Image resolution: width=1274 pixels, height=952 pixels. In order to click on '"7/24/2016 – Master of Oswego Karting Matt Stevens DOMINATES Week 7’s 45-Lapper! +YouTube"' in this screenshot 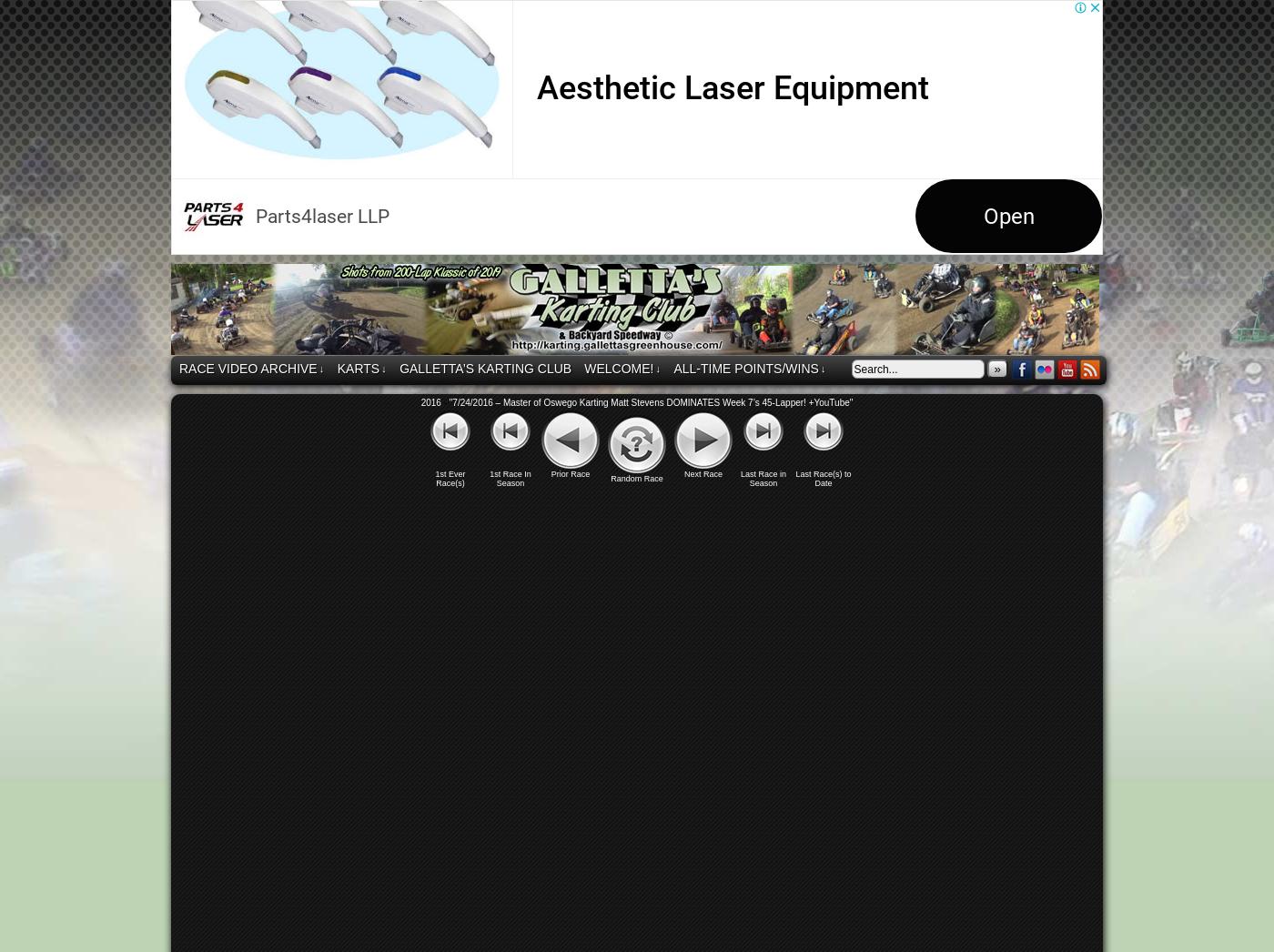, I will do `click(650, 401)`.